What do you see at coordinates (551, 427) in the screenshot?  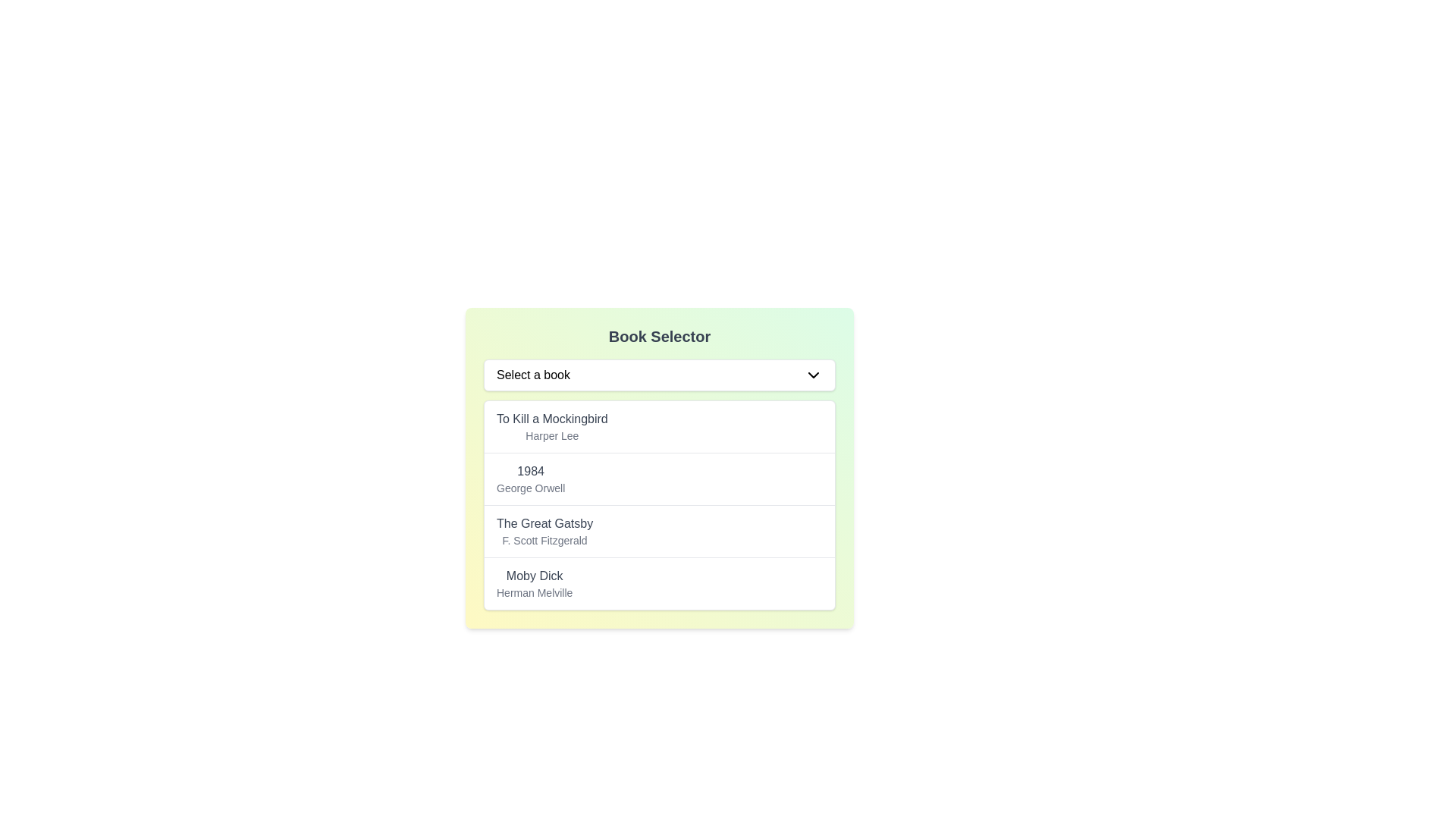 I see `the text display labeled 'To Kill a Mockingbird' in the book selector list` at bounding box center [551, 427].